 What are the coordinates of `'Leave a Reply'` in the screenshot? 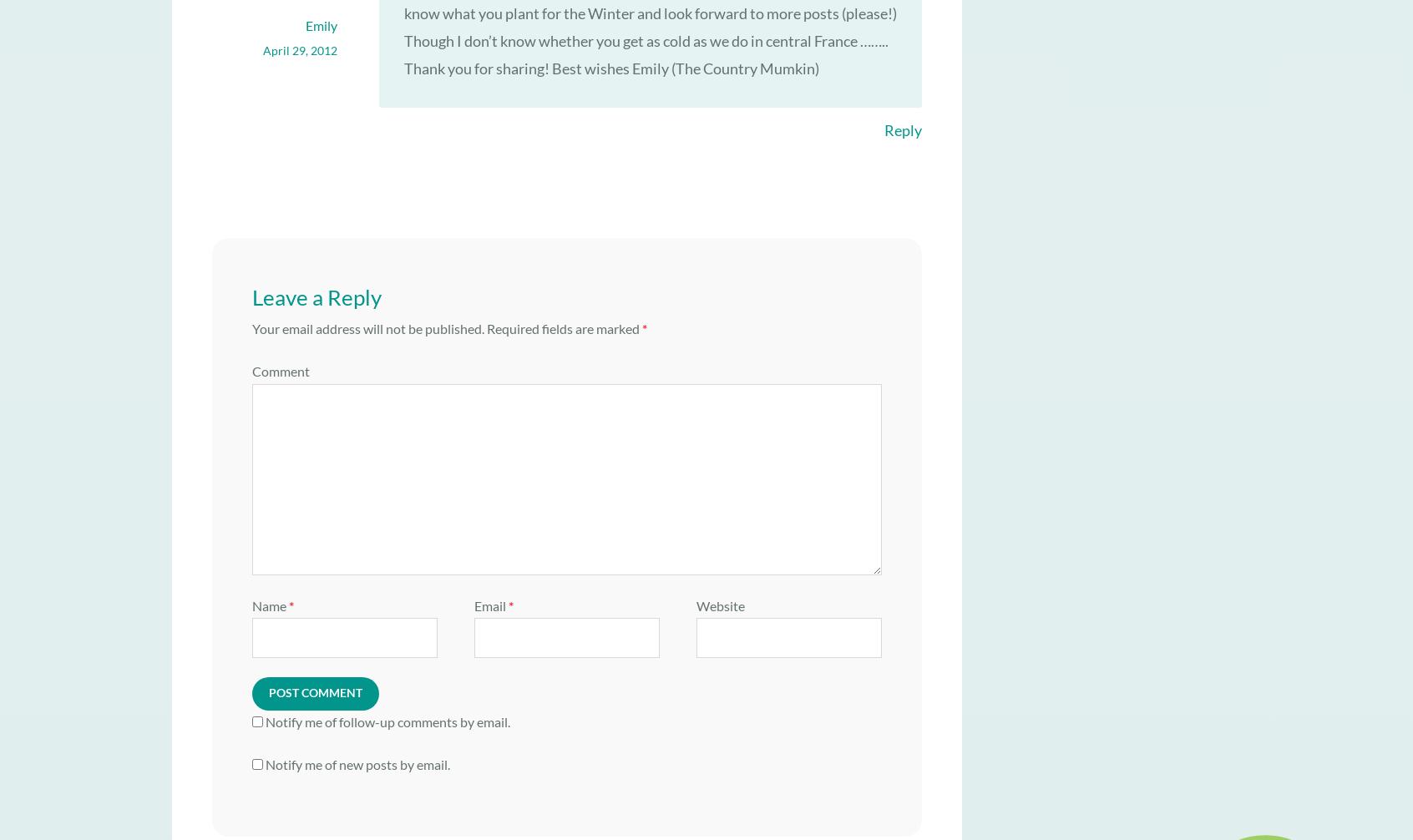 It's located at (317, 296).